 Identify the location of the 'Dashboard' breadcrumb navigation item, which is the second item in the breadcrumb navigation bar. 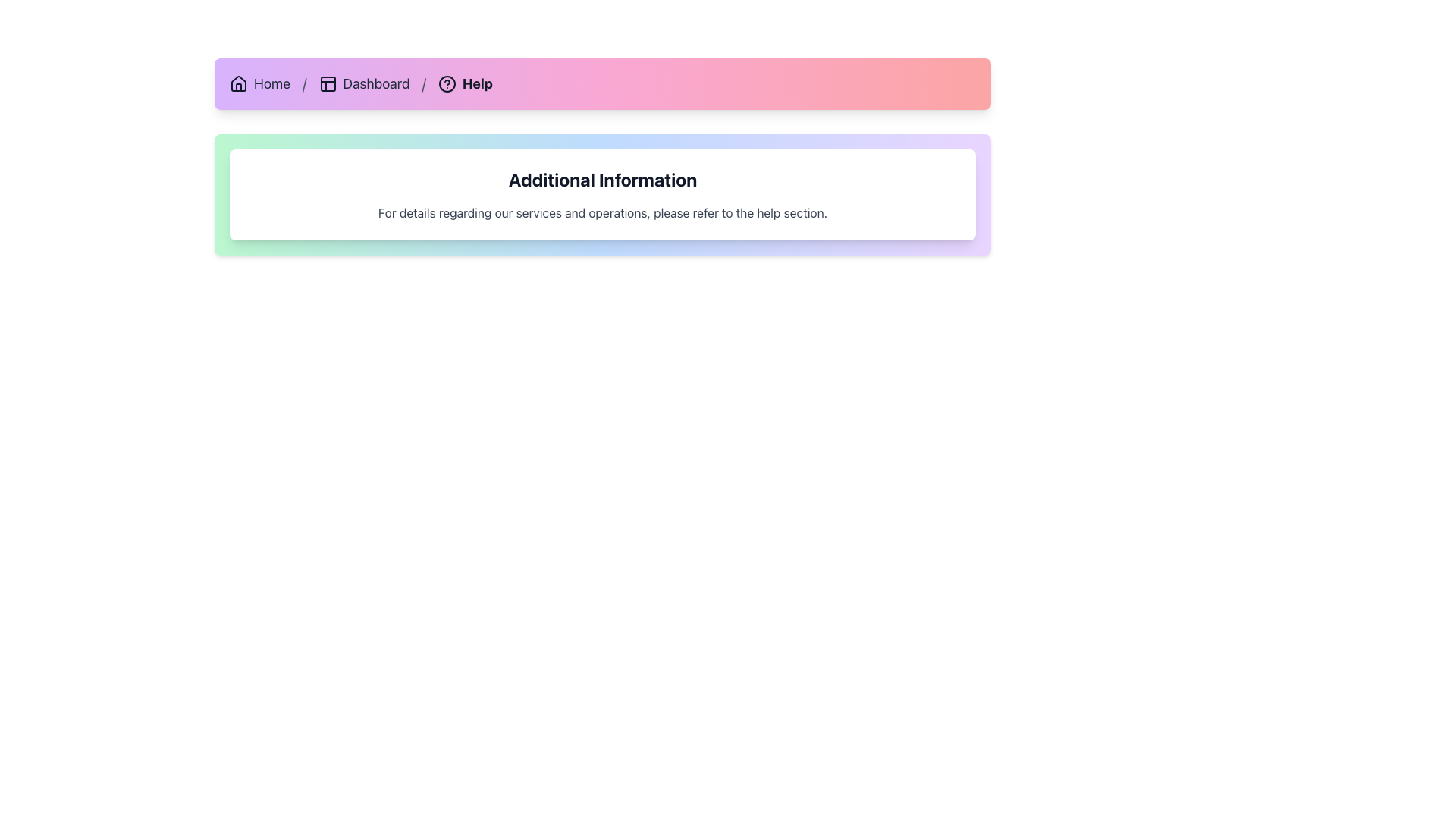
(364, 84).